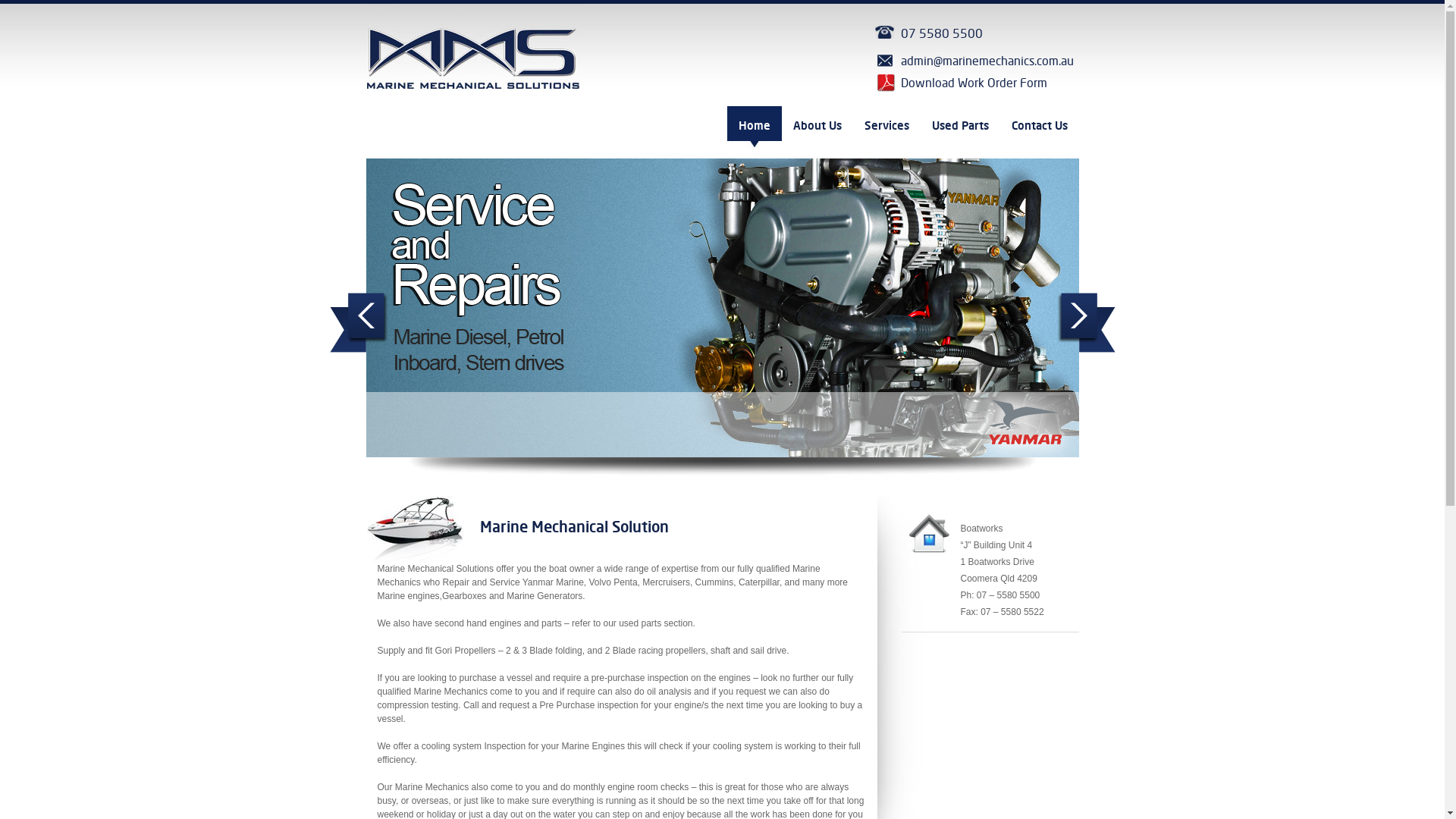 This screenshot has width=1456, height=819. What do you see at coordinates (357, 322) in the screenshot?
I see `'Prev'` at bounding box center [357, 322].